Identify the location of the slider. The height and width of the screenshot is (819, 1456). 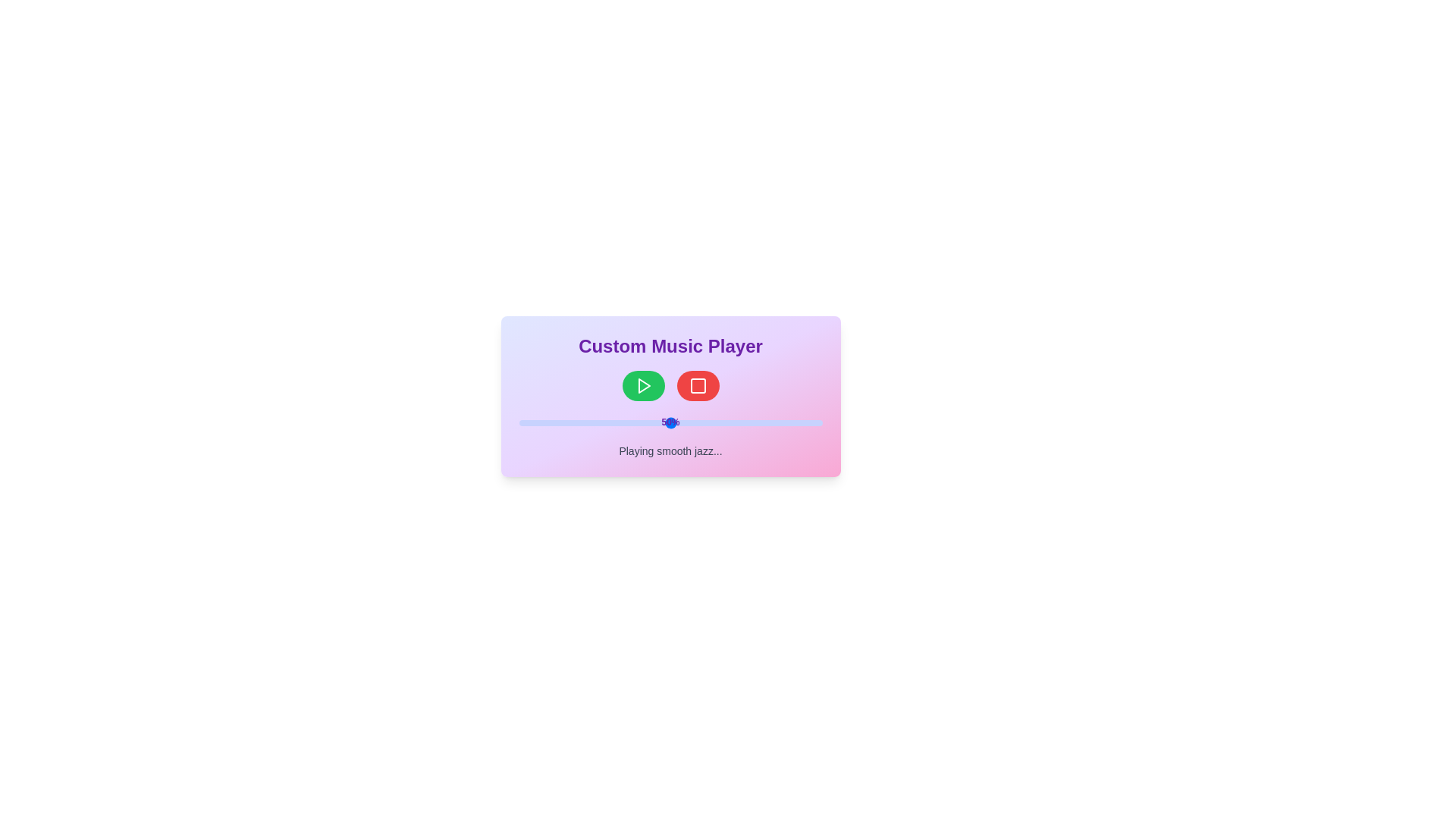
(643, 423).